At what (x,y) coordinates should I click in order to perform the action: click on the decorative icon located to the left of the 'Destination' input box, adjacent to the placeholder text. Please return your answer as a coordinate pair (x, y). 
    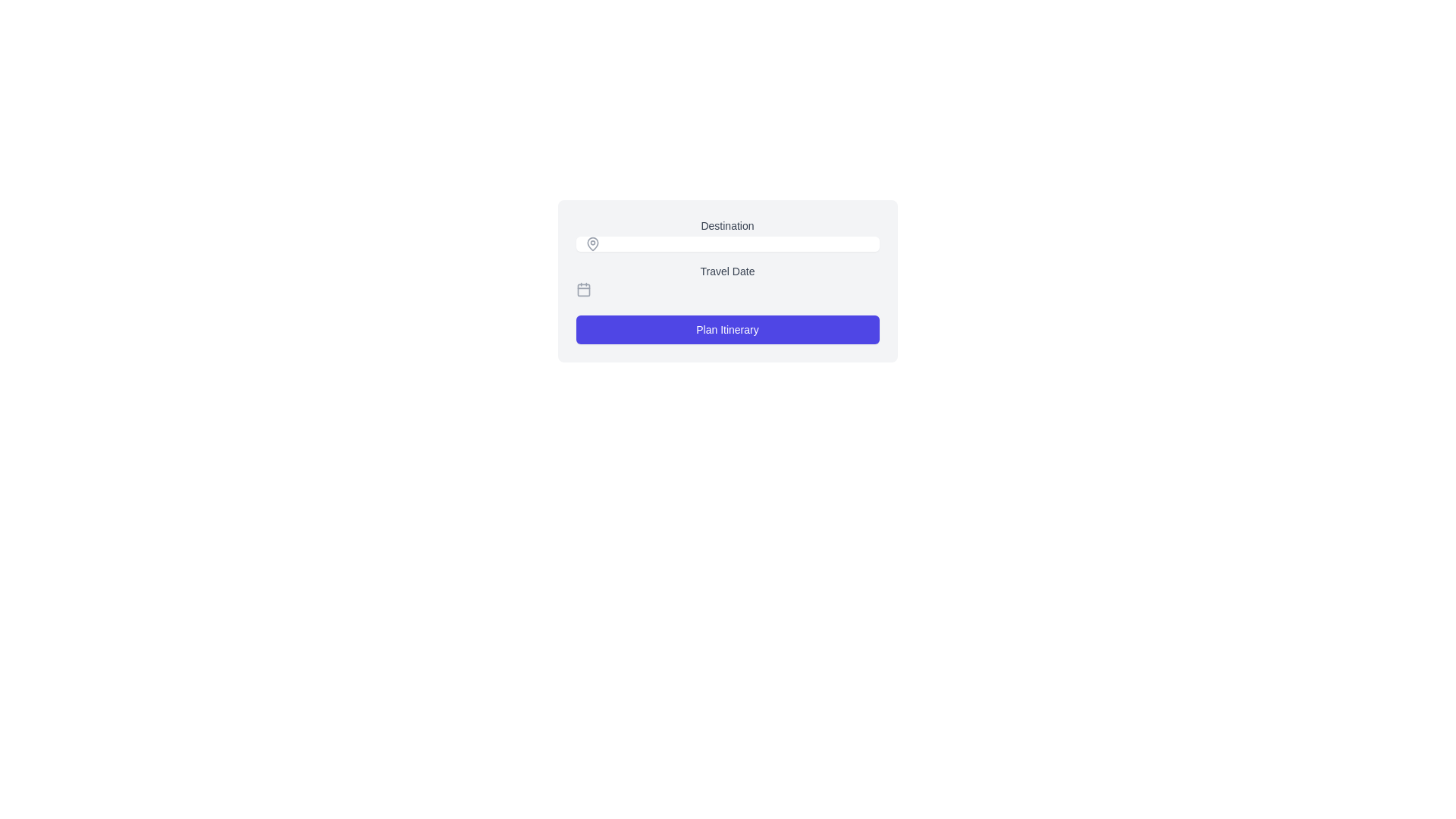
    Looking at the image, I should click on (591, 243).